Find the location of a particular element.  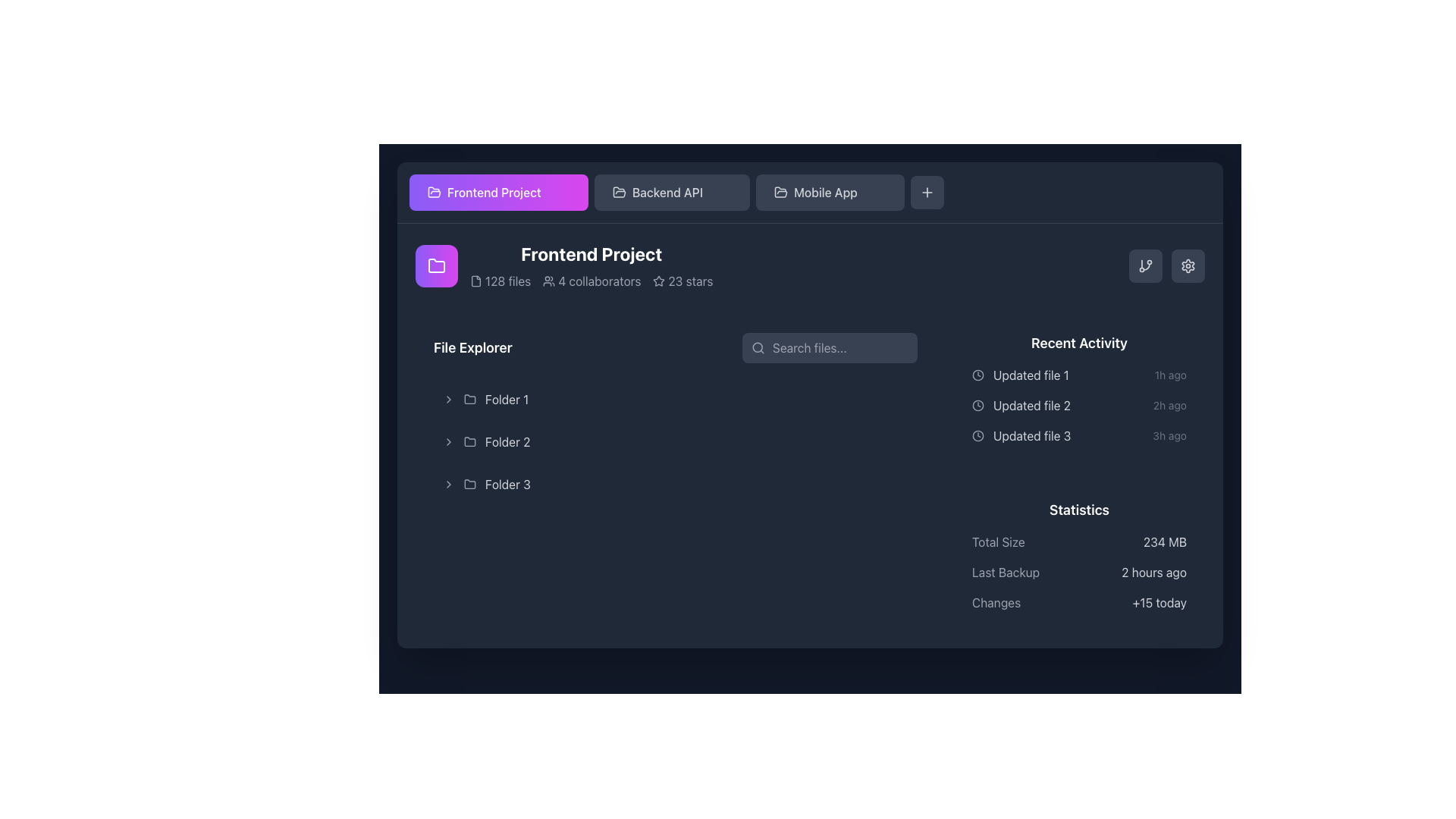

the text label reading 'Folder 2' in the 'File Explorer' section is located at coordinates (507, 441).